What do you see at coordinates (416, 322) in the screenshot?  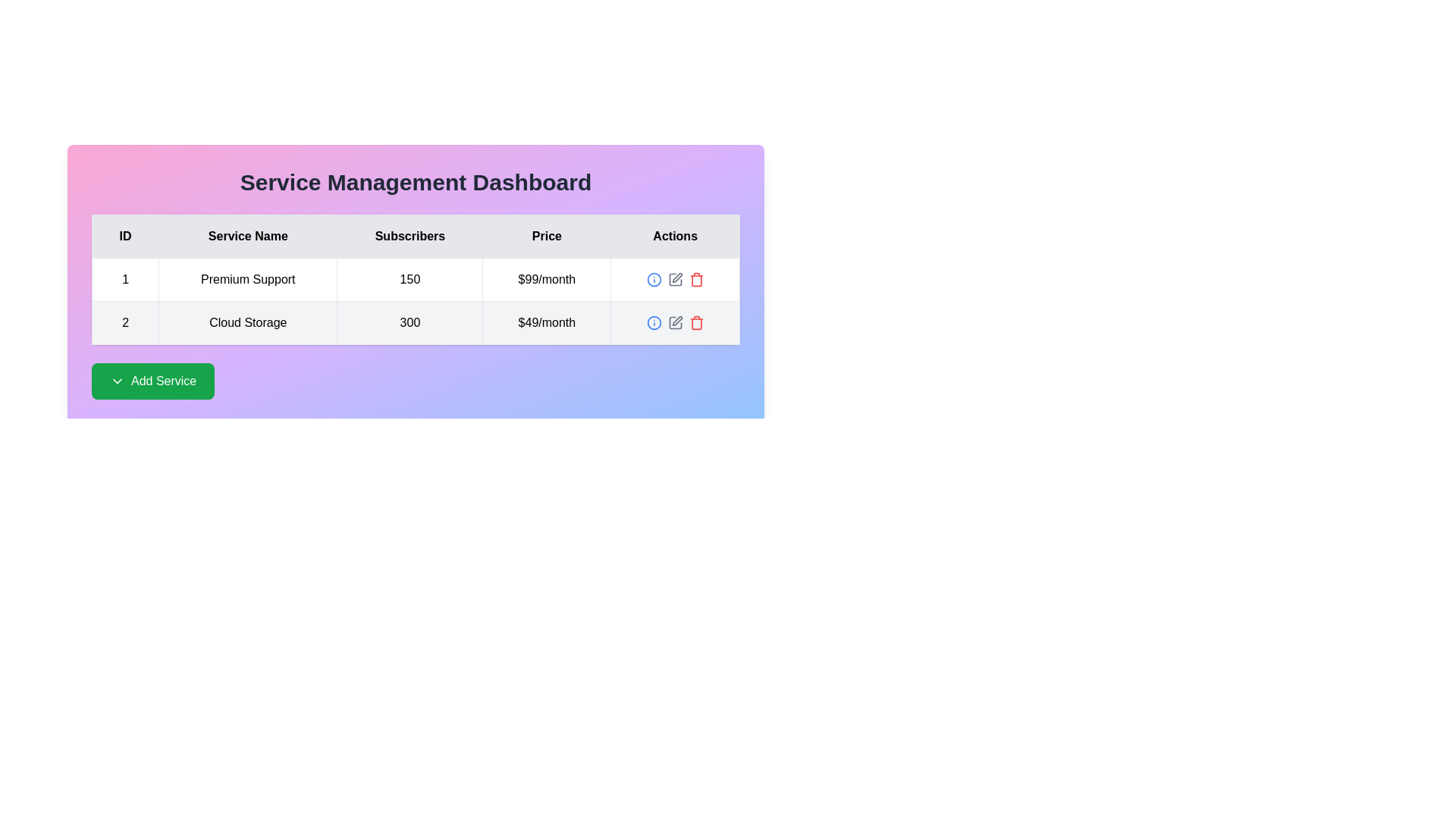 I see `the table row representing the service 'Cloud Storage', which is the second row in the table and displays details such as ID, name, subscribers count, pricing, and actionable icons for management` at bounding box center [416, 322].